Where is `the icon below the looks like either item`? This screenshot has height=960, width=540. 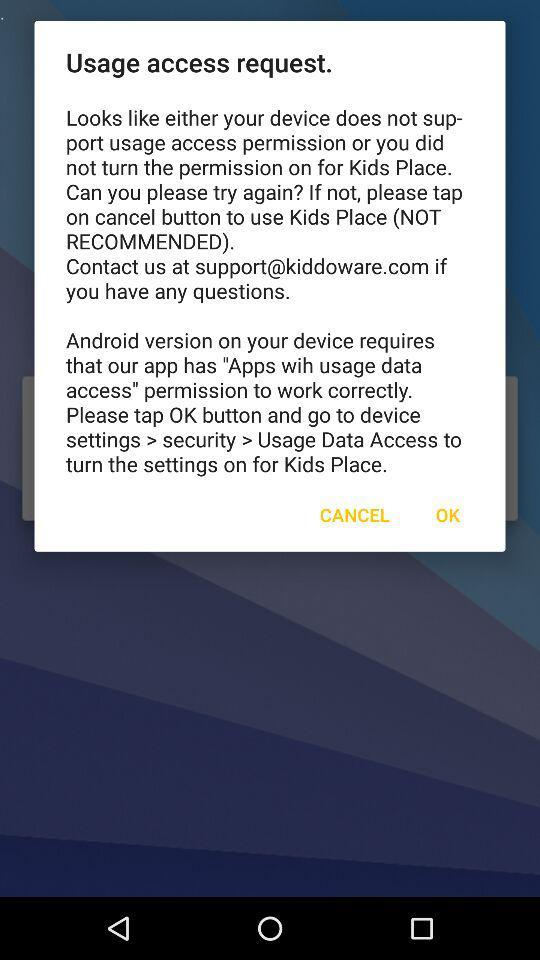 the icon below the looks like either item is located at coordinates (447, 513).